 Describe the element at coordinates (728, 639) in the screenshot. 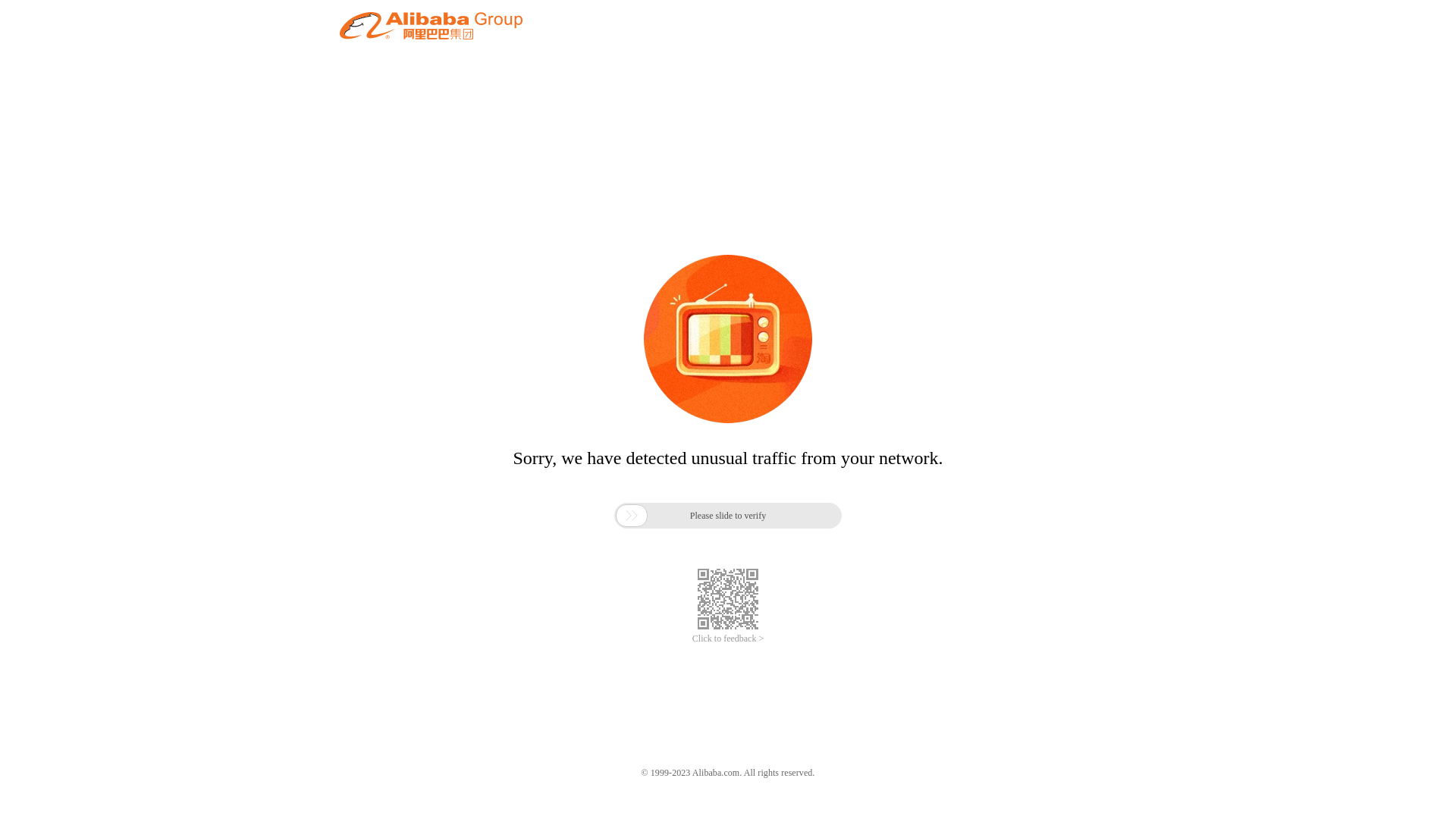

I see `'Click to feedback >'` at that location.